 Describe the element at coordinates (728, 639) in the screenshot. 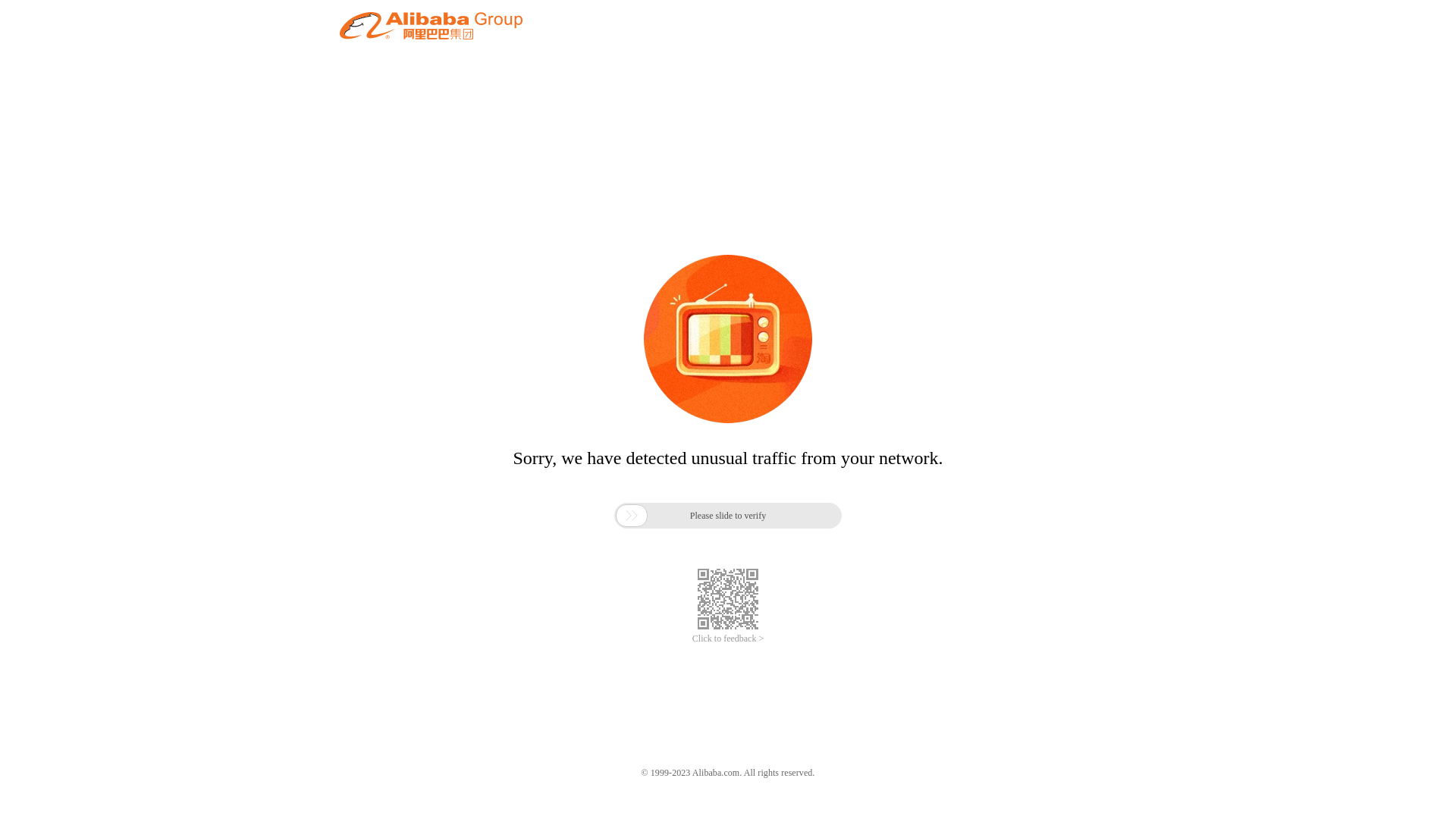

I see `'Click to feedback >'` at that location.